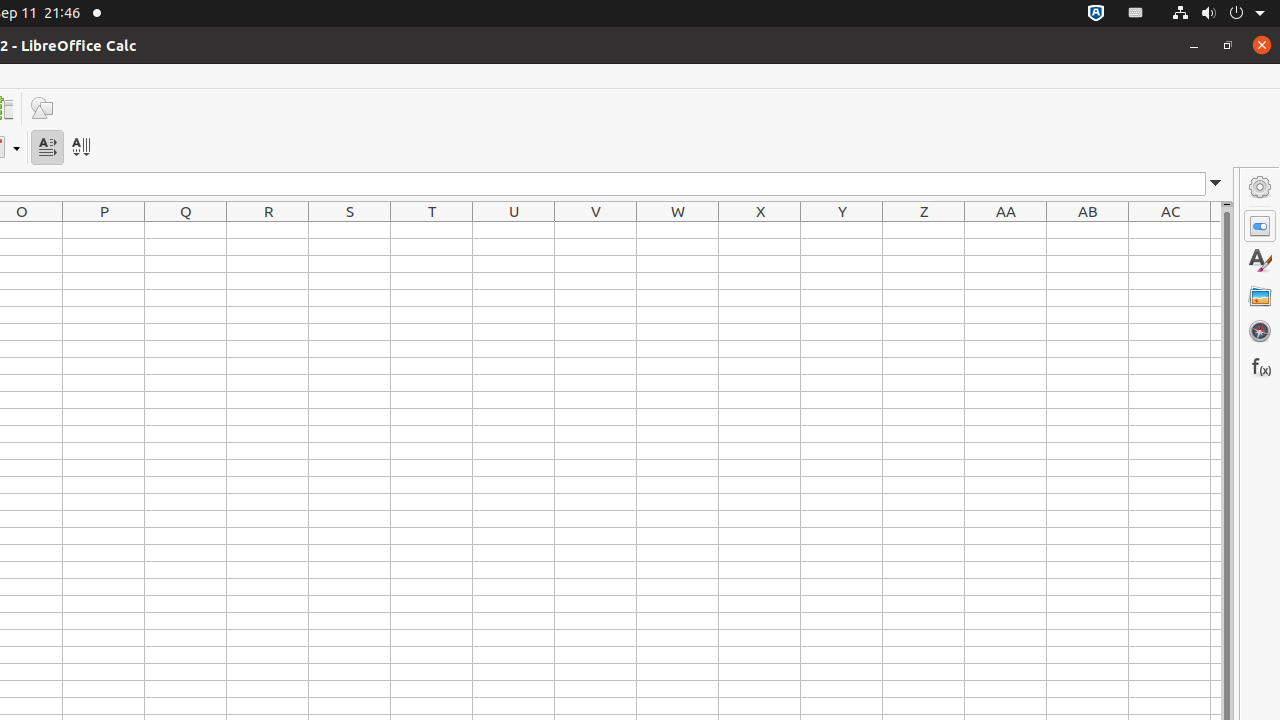 The width and height of the screenshot is (1280, 720). I want to click on 'R1', so click(267, 229).